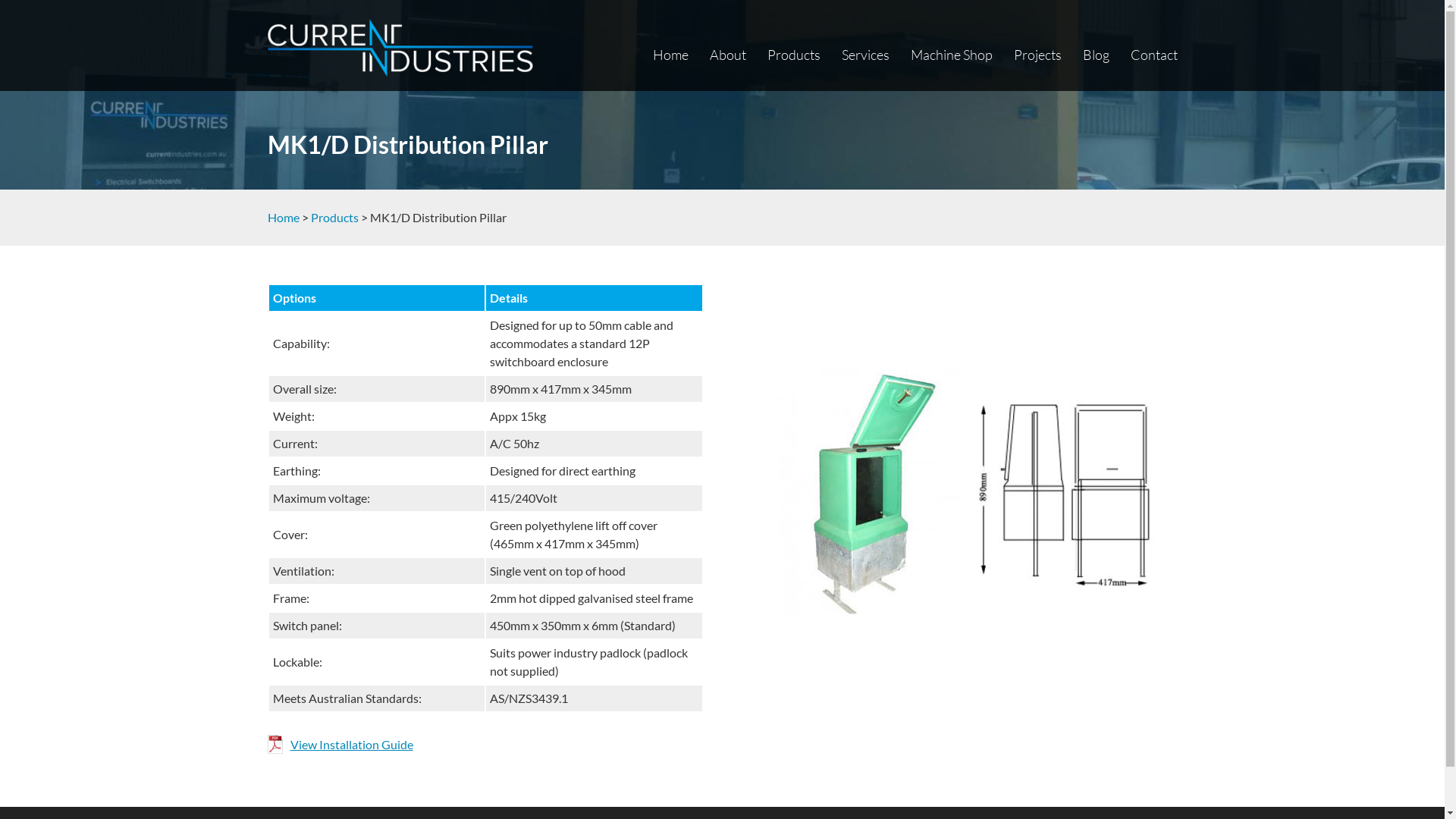 This screenshot has height=819, width=1456. I want to click on 'Projects', so click(1012, 54).